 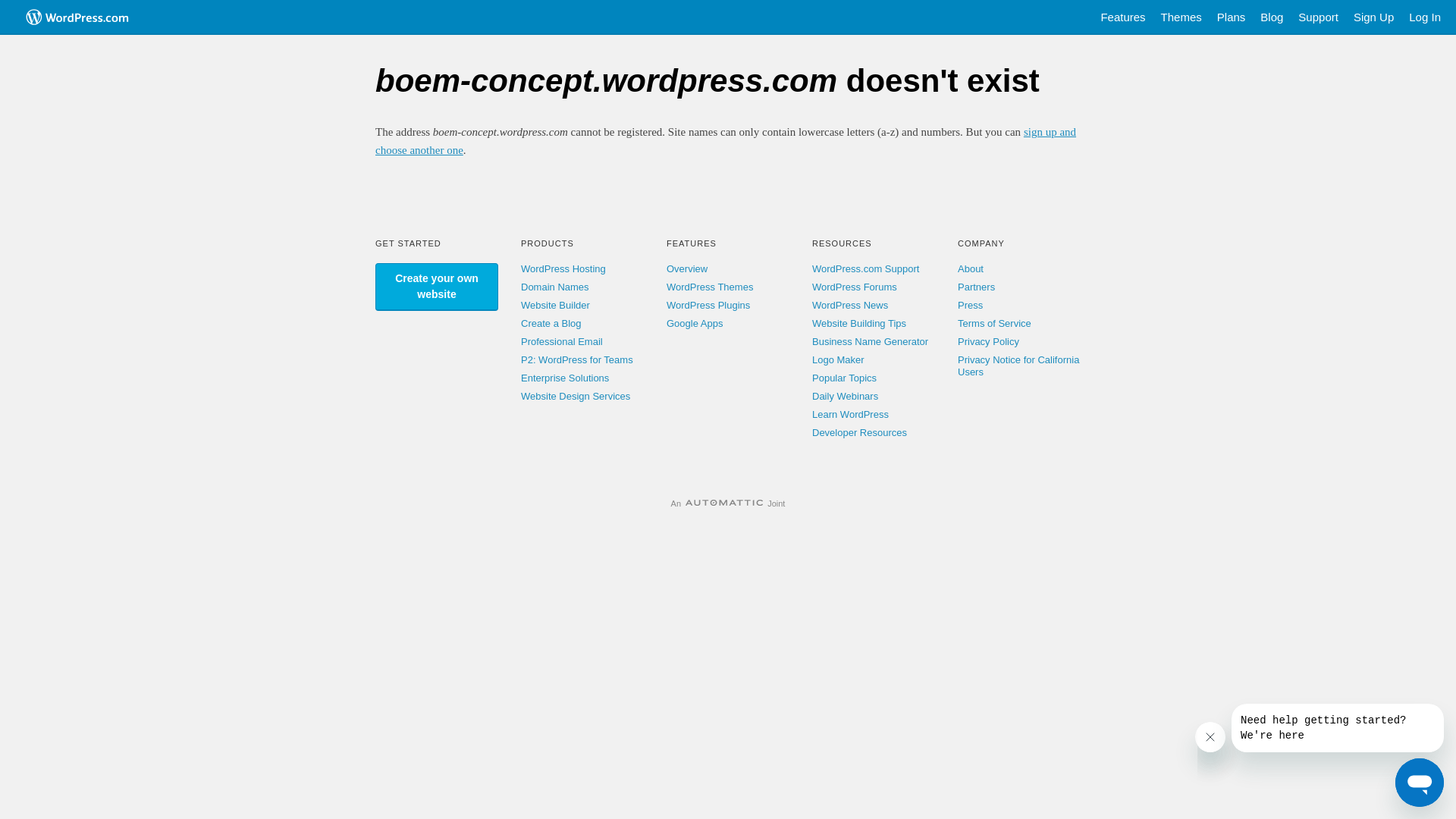 I want to click on 'WordPress Themes', so click(x=666, y=287).